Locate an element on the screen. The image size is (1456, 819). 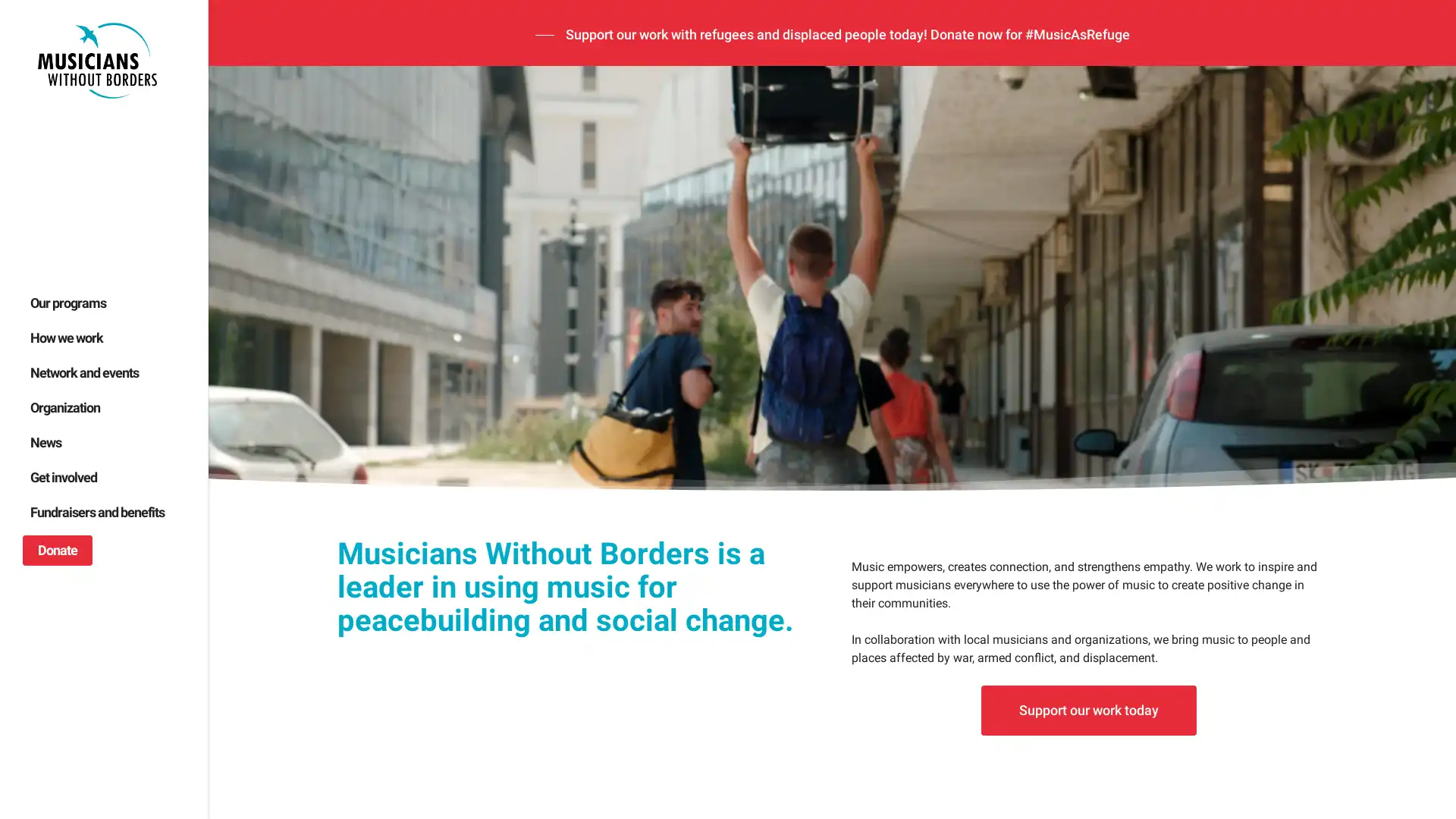
show more media controls is located at coordinates (1419, 601).